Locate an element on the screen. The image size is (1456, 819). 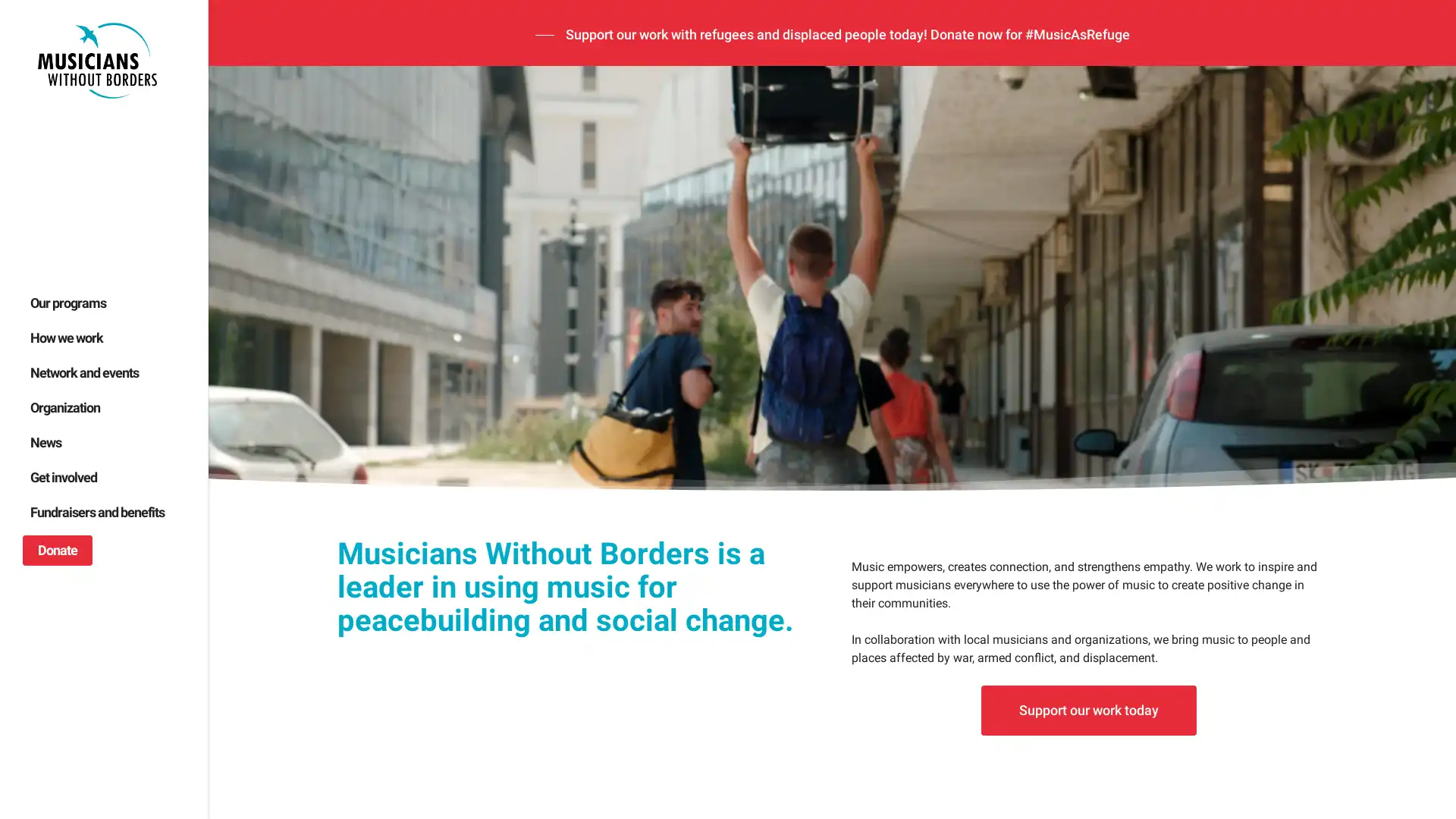
show more media controls is located at coordinates (1419, 601).